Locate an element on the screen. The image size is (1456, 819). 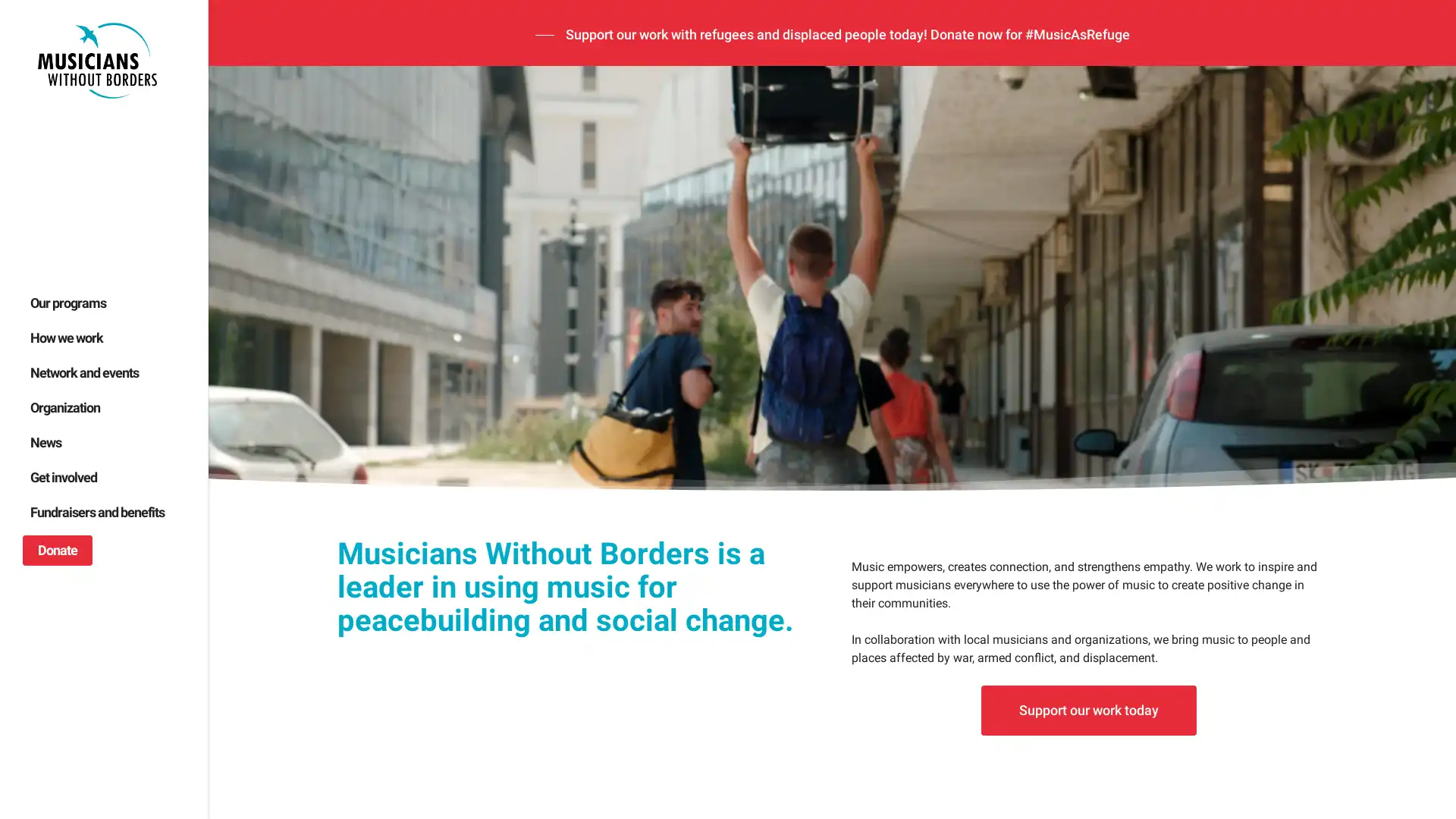
show more media controls is located at coordinates (1419, 601).